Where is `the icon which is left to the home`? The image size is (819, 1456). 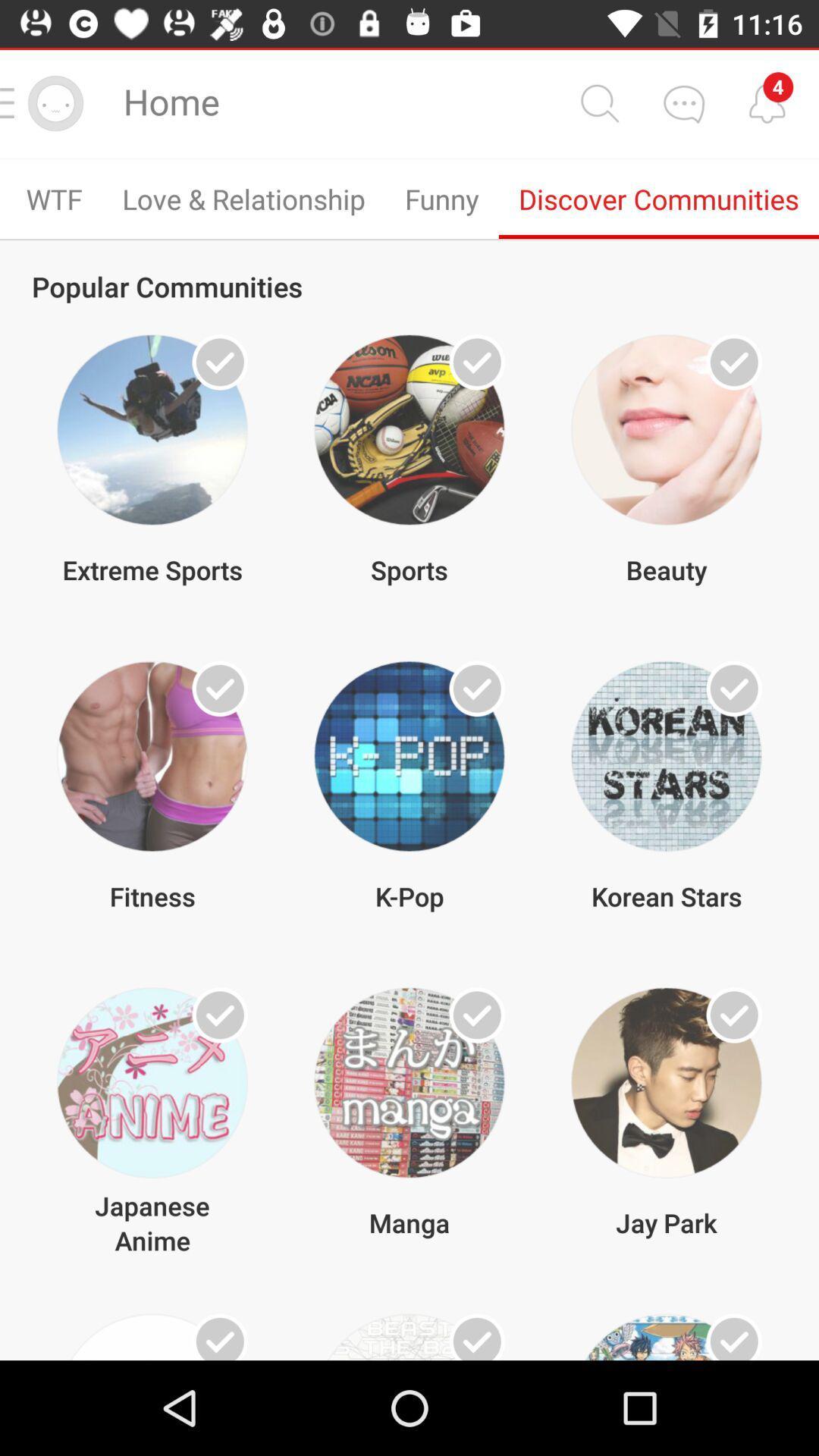 the icon which is left to the home is located at coordinates (55, 102).